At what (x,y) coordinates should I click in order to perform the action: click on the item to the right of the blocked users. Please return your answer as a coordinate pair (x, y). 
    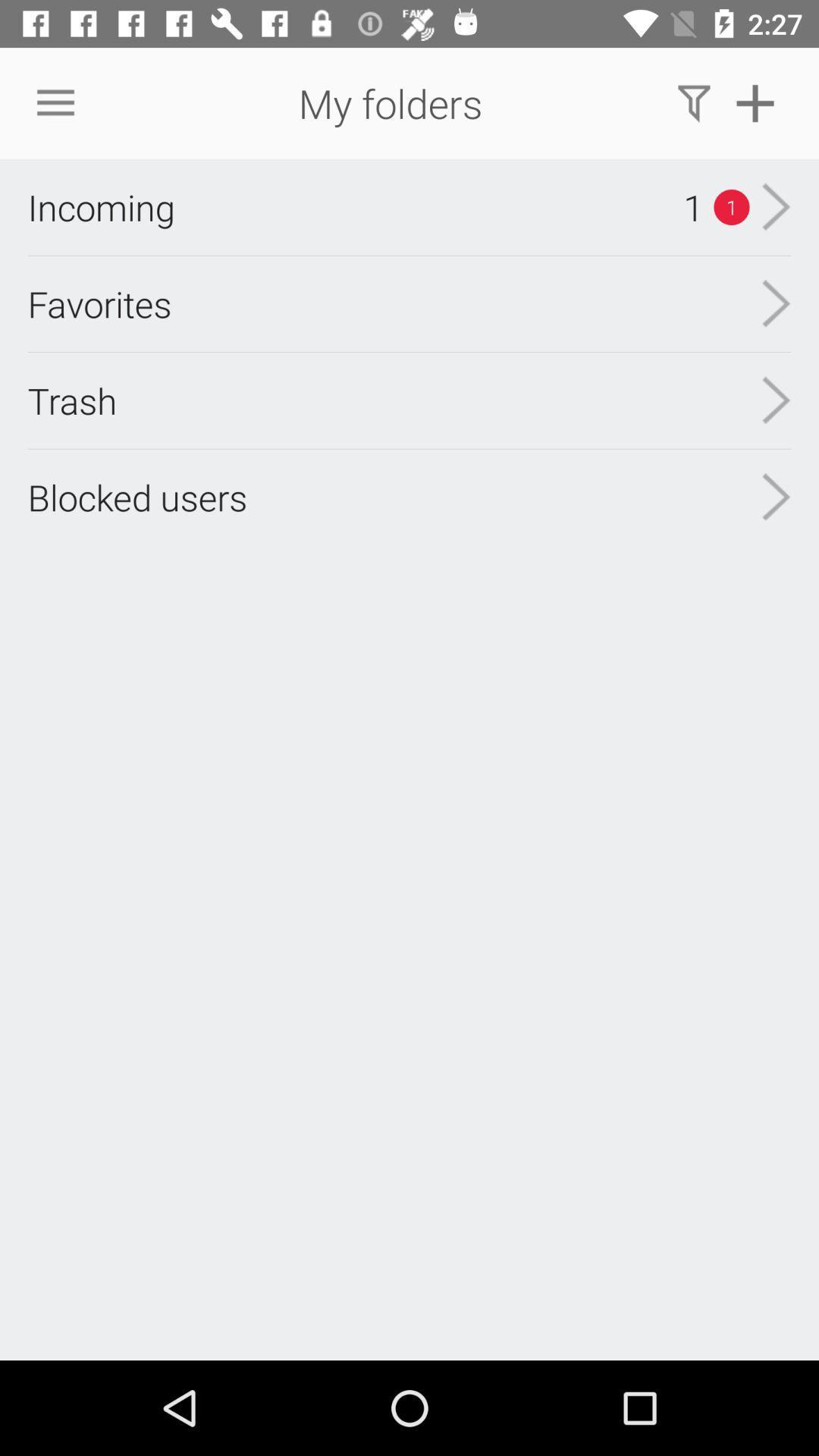
    Looking at the image, I should click on (776, 400).